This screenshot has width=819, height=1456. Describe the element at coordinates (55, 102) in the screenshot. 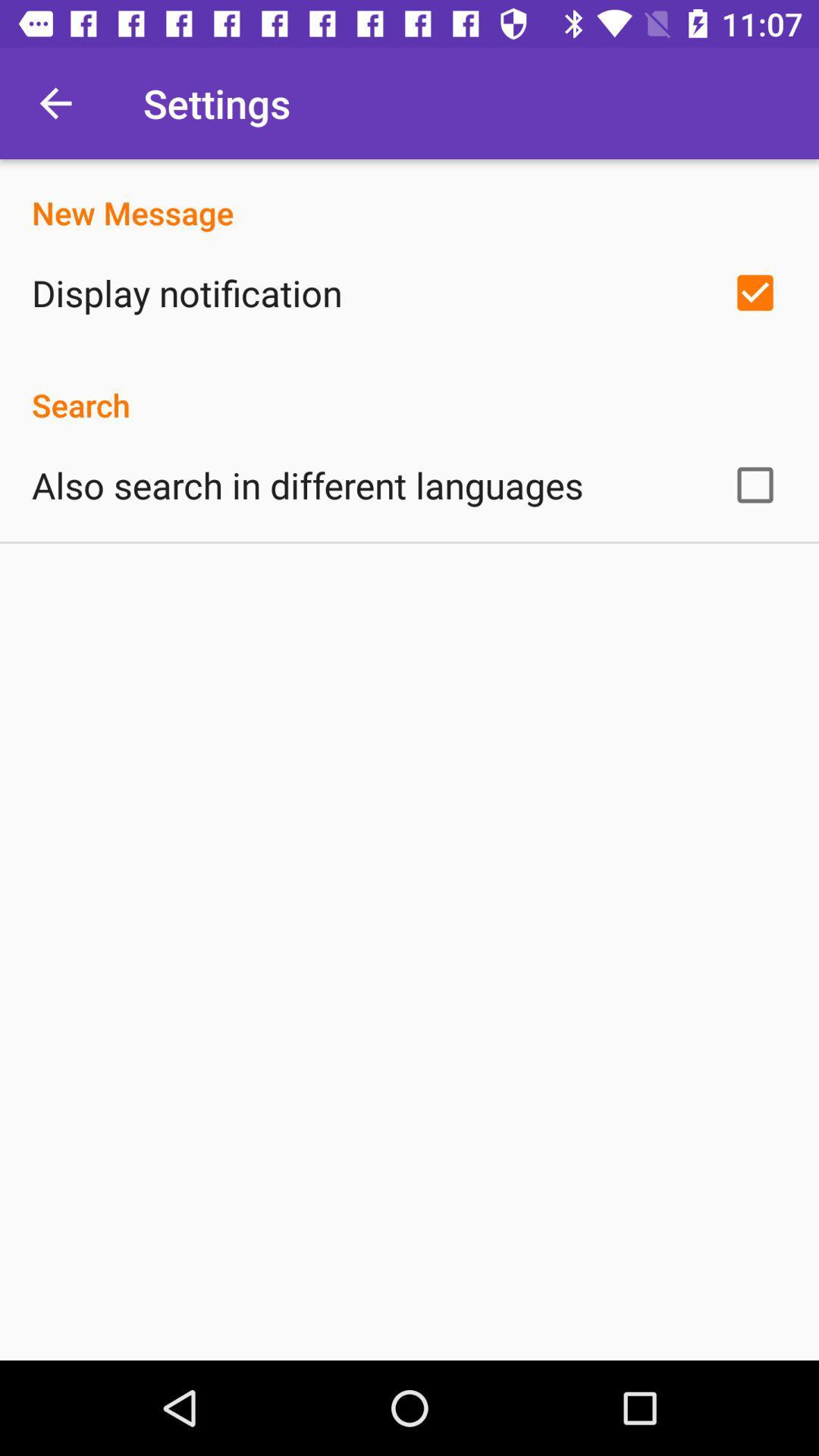

I see `the item above the new message item` at that location.